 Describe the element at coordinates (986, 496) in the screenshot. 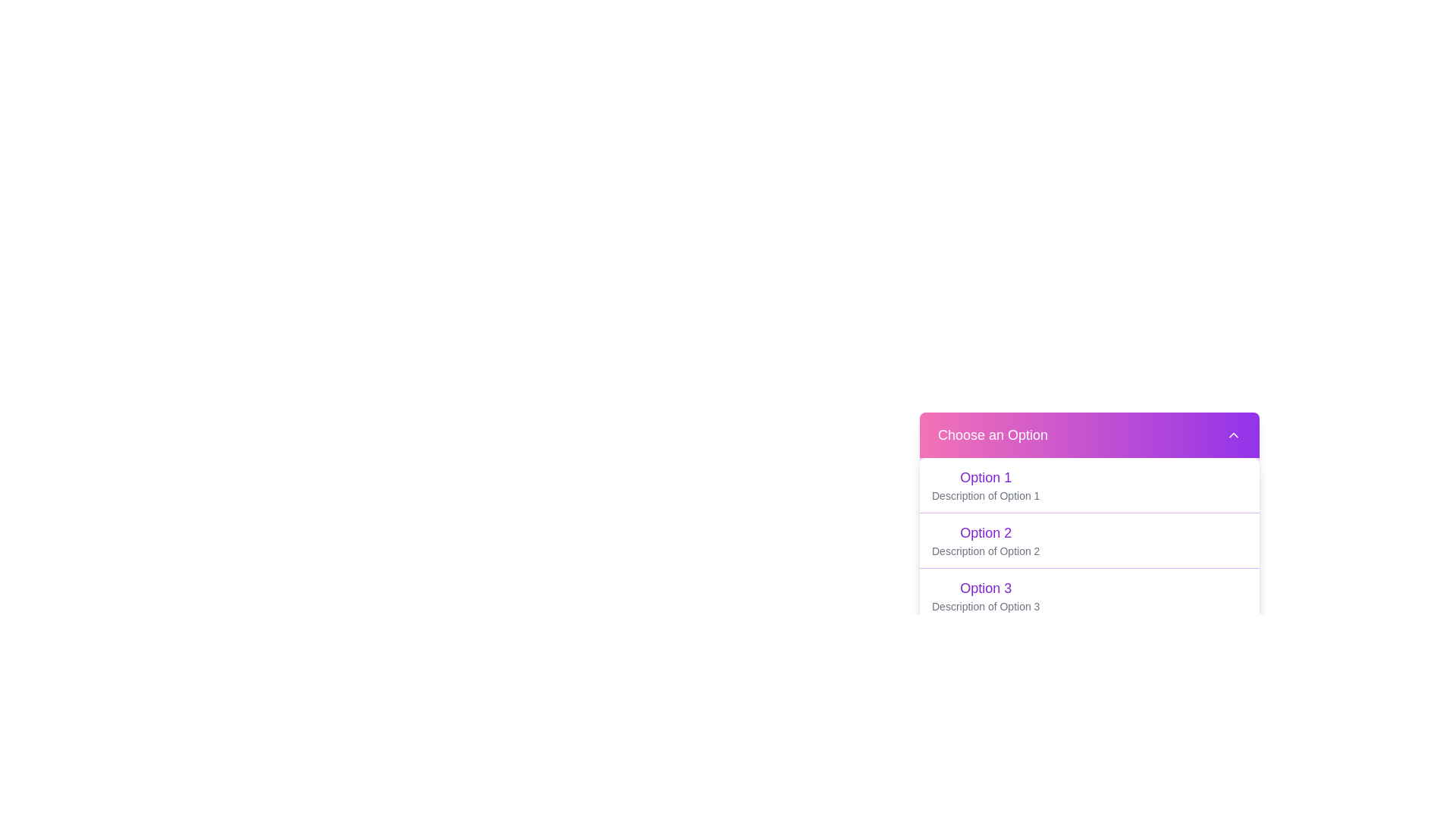

I see `the text display providing additional descriptive information for 'Option 1' located under the dropdown menu labeled 'Choose an Option'` at that location.